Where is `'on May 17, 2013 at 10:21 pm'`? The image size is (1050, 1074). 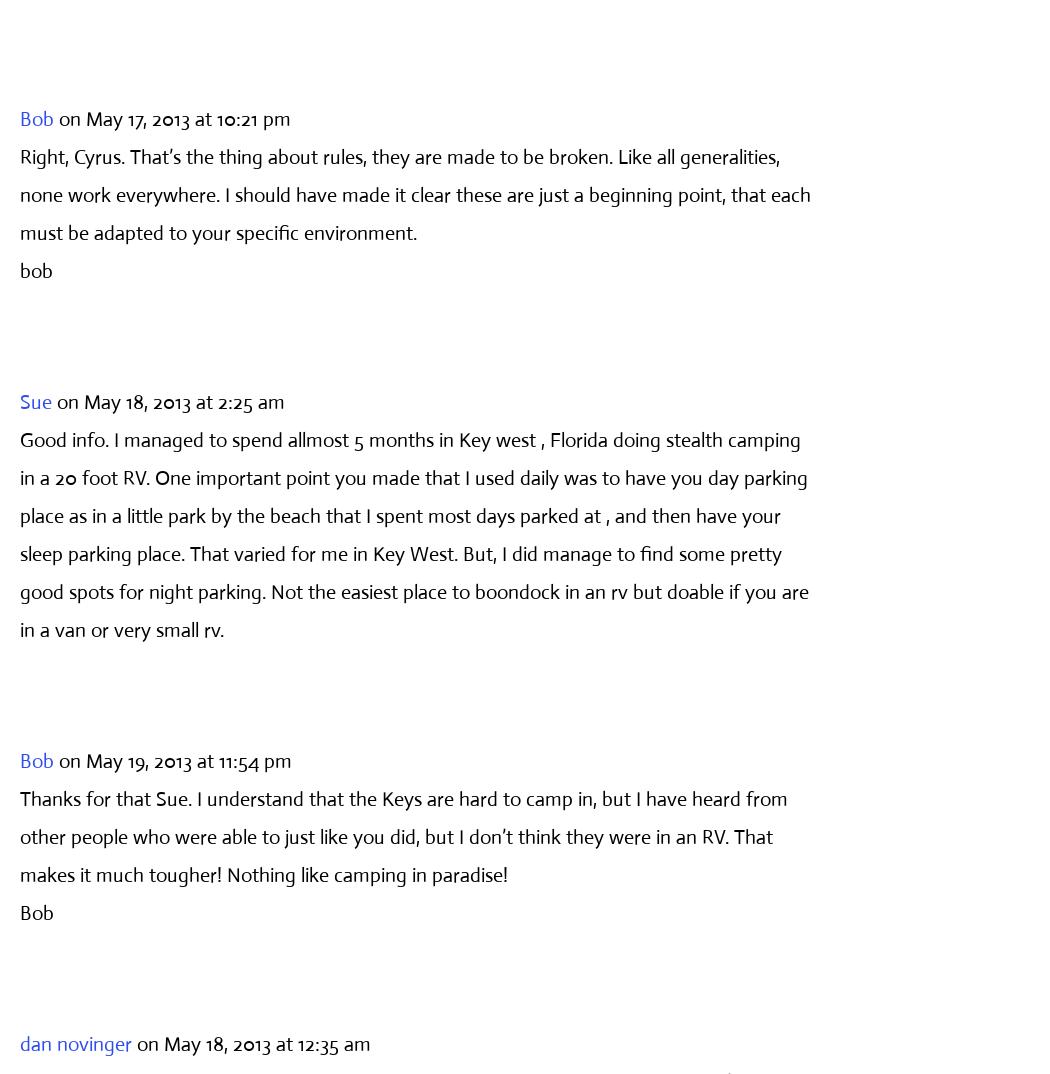
'on May 17, 2013 at 10:21 pm' is located at coordinates (58, 117).